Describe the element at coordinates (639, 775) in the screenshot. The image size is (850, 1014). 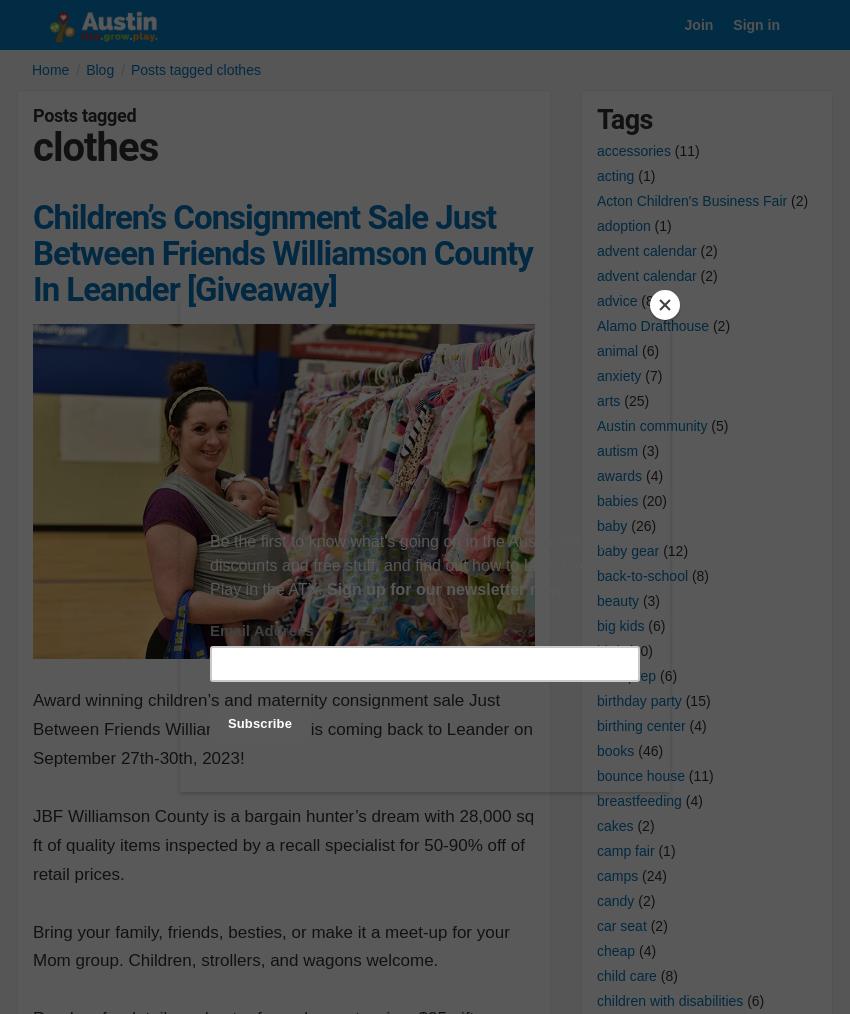
I see `'bounce house'` at that location.